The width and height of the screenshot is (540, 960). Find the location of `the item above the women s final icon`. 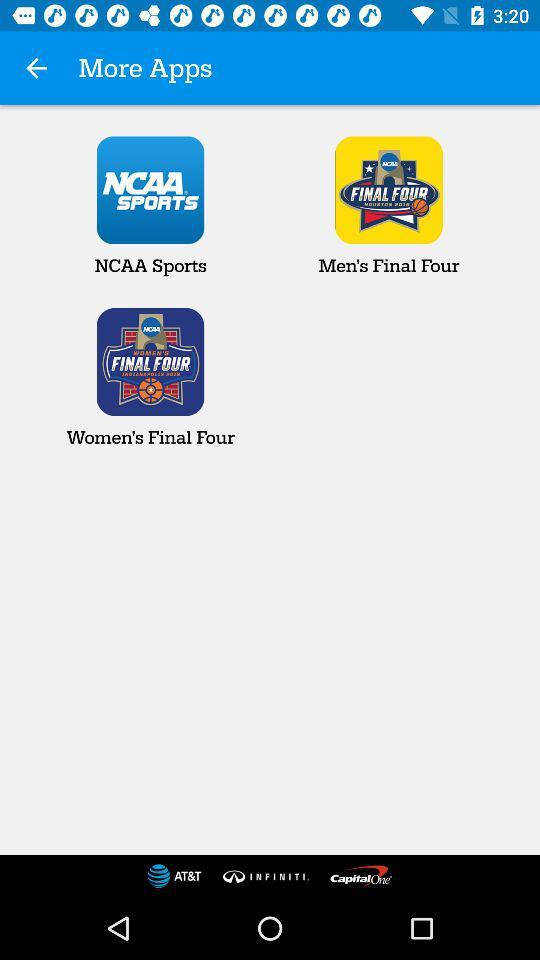

the item above the women s final icon is located at coordinates (149, 206).